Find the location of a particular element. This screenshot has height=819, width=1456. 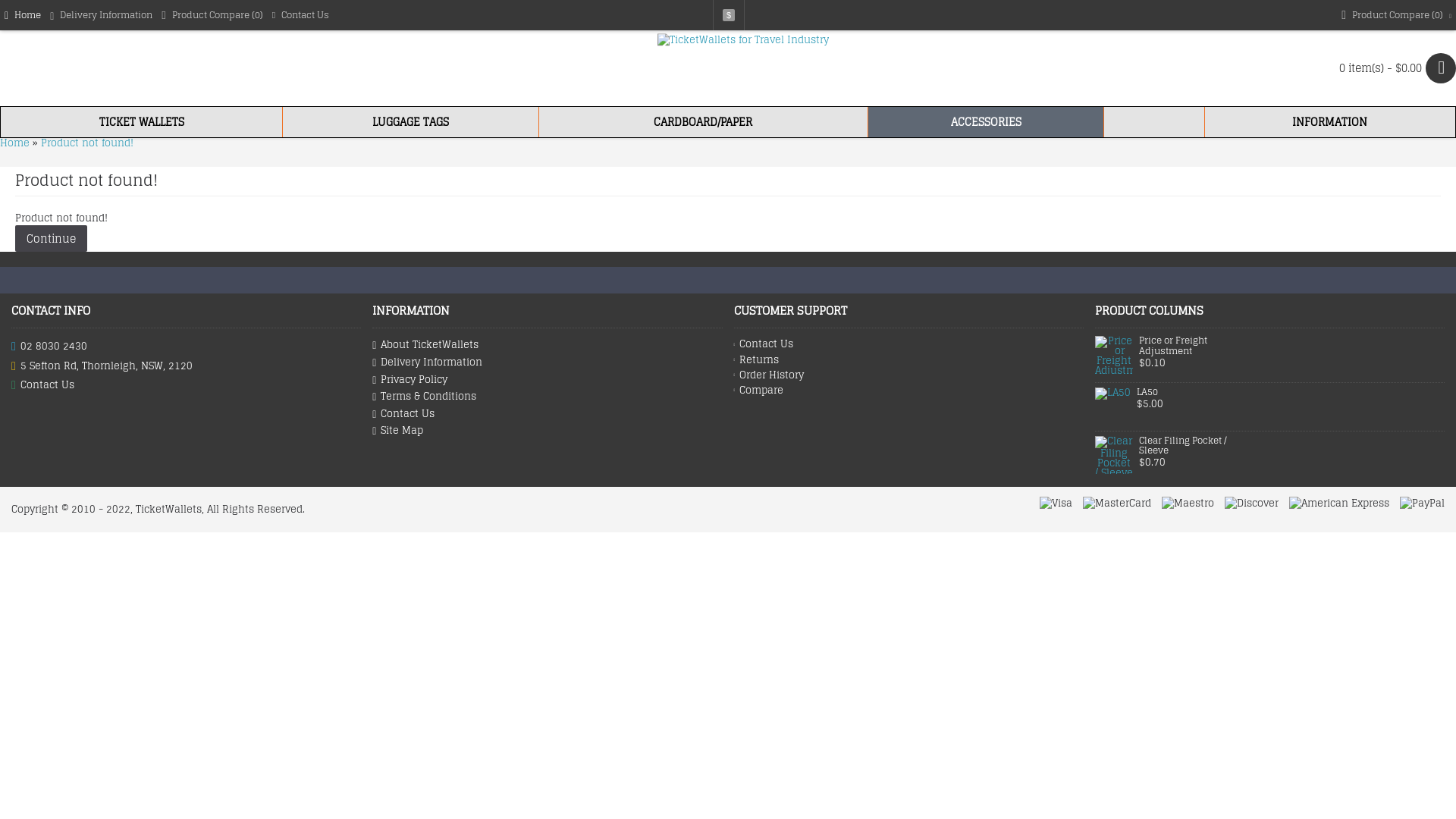

'Contact Us' is located at coordinates (908, 344).